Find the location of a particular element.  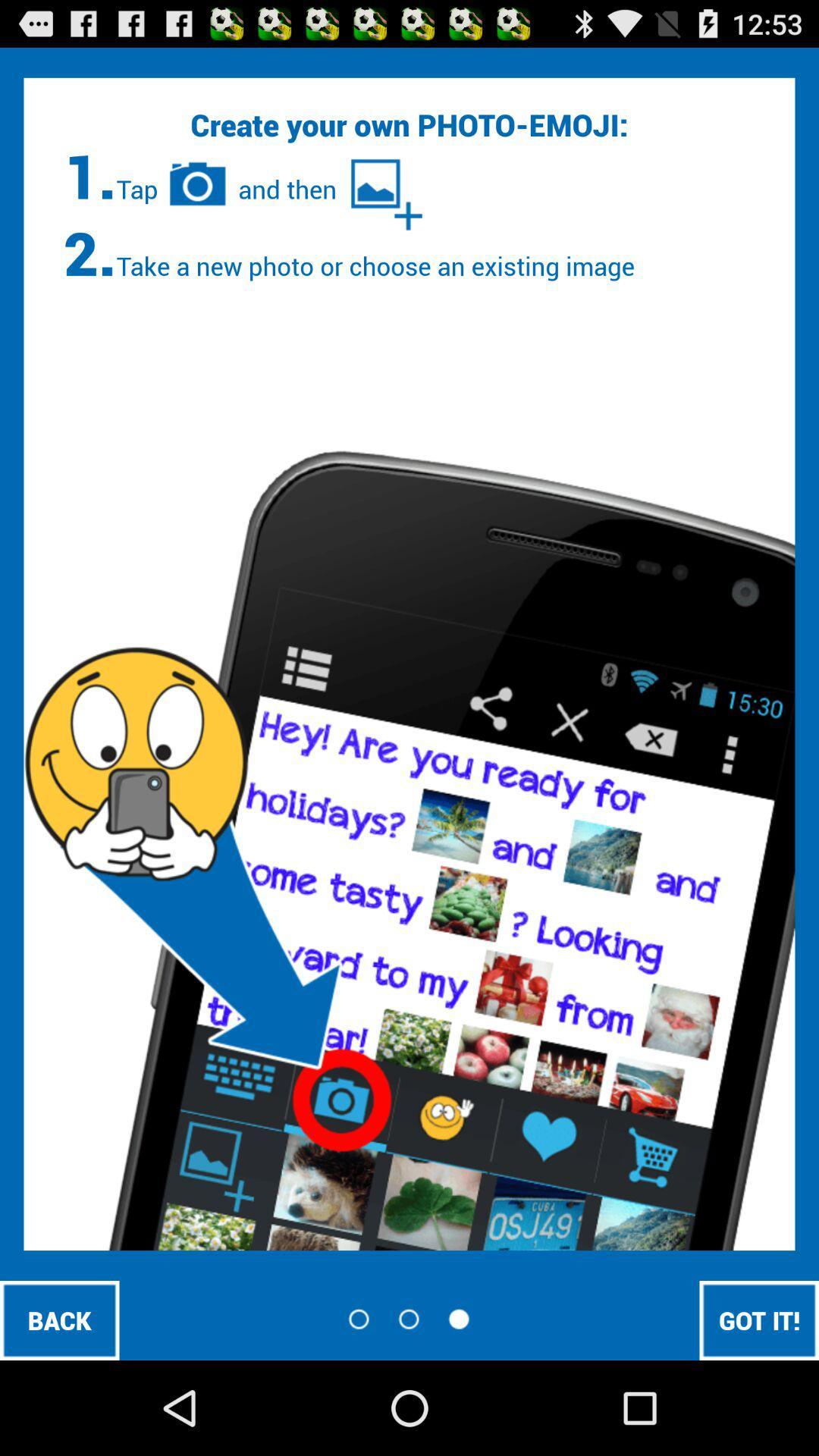

icon at the bottom right corner is located at coordinates (759, 1319).